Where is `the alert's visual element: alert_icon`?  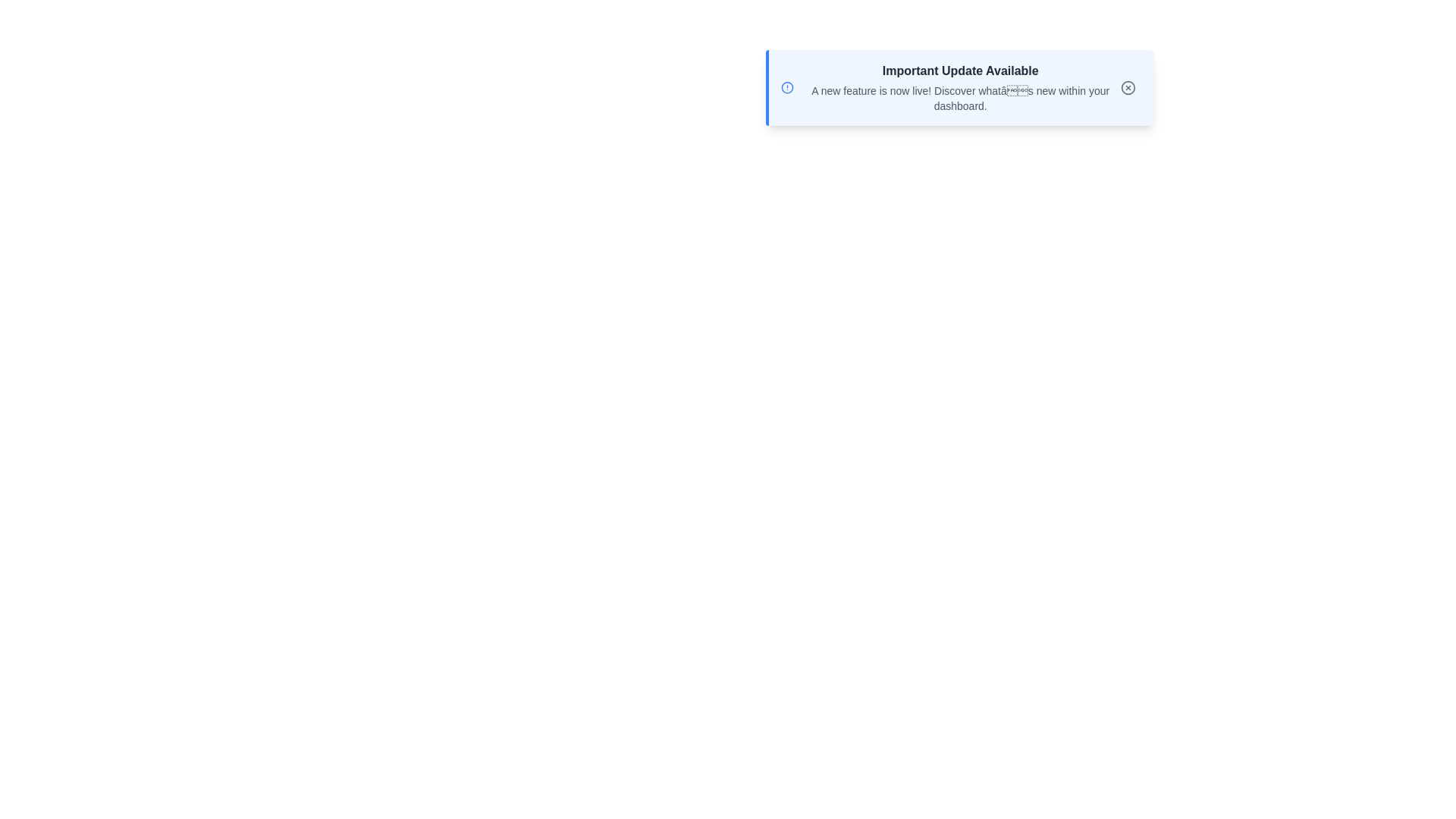
the alert's visual element: alert_icon is located at coordinates (786, 87).